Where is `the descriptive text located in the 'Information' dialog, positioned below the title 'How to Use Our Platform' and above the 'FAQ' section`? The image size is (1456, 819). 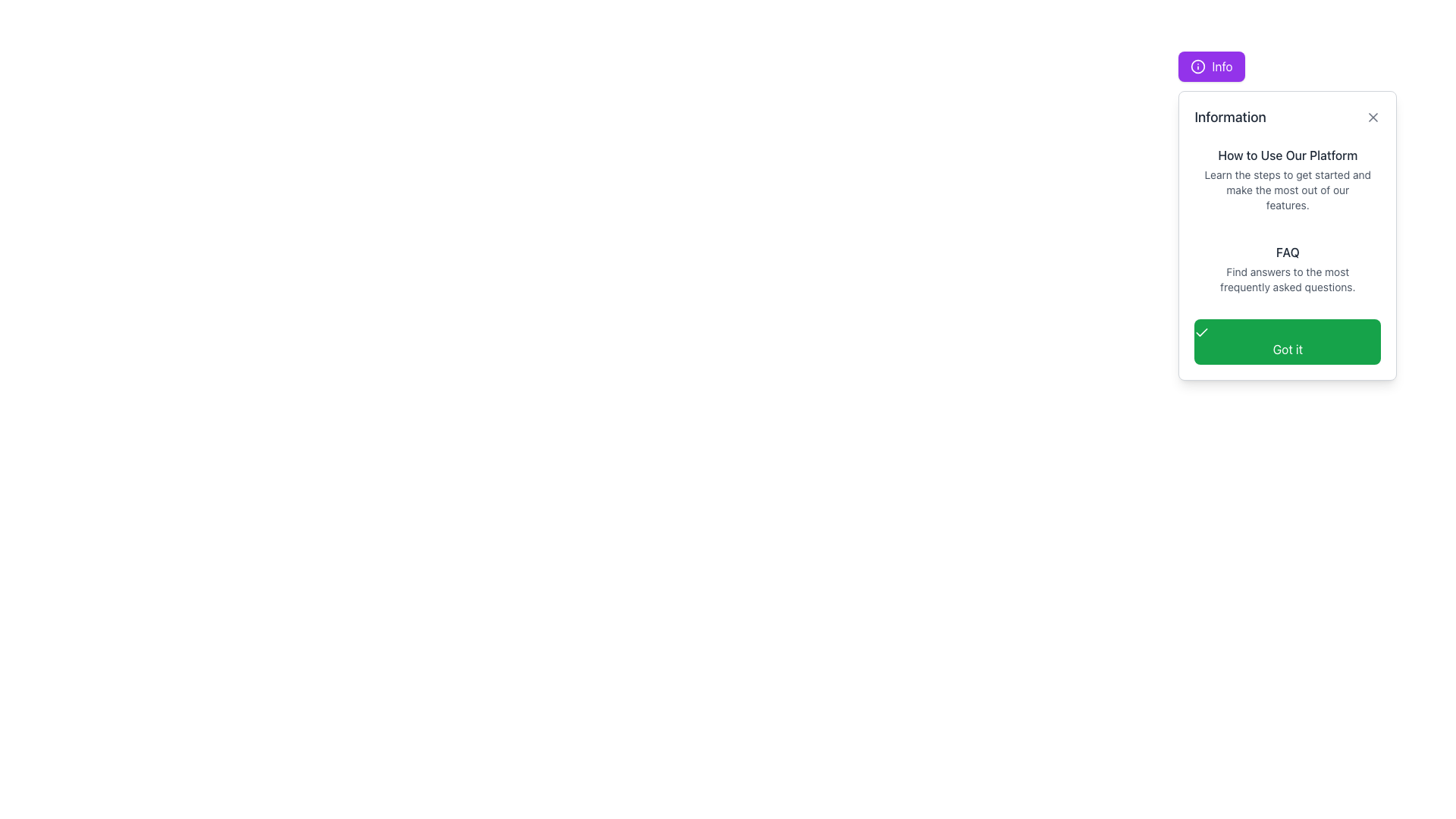
the descriptive text located in the 'Information' dialog, positioned below the title 'How to Use Our Platform' and above the 'FAQ' section is located at coordinates (1287, 189).